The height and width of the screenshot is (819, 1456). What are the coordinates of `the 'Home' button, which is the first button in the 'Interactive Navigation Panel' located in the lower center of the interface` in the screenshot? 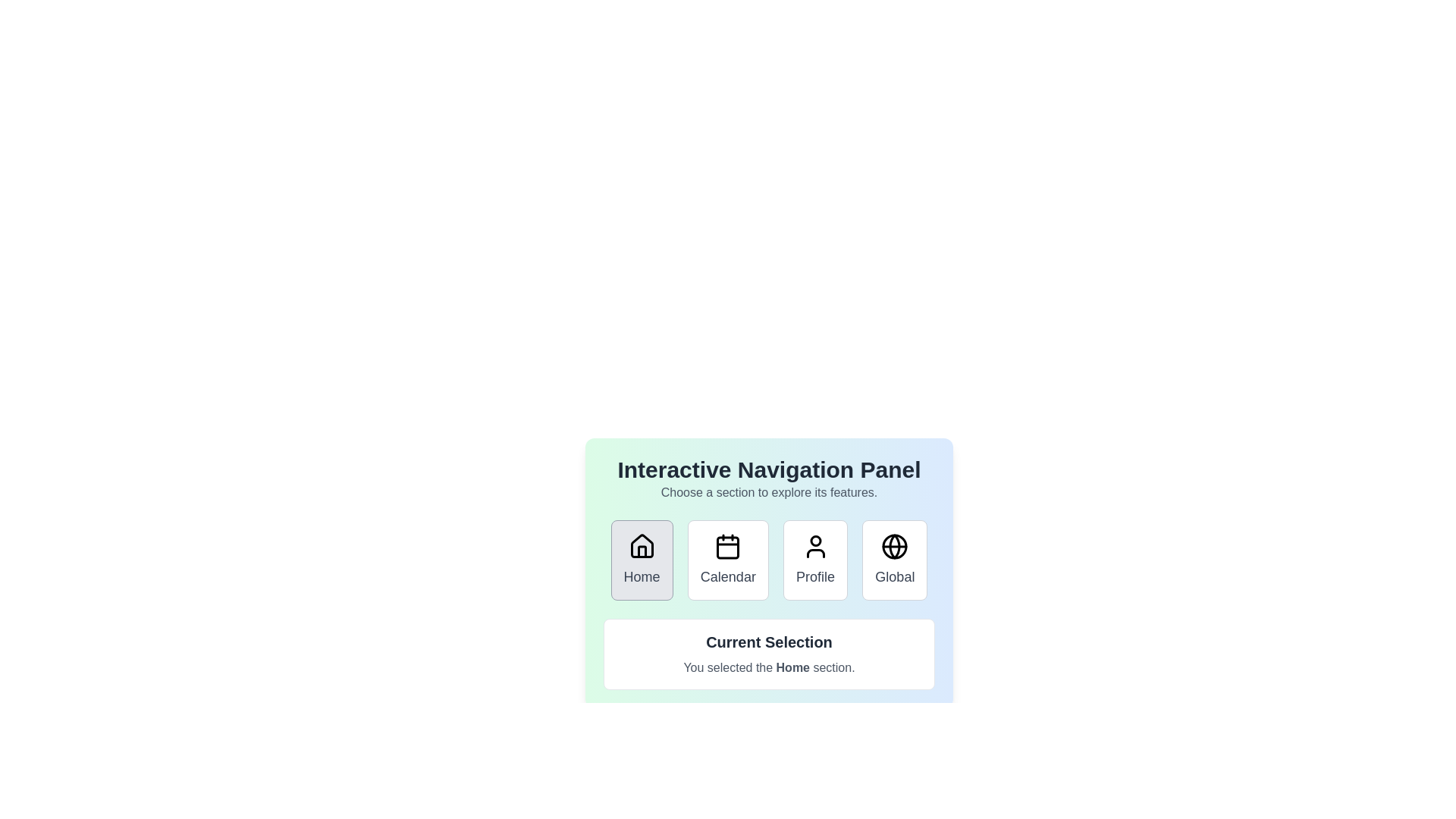 It's located at (642, 560).